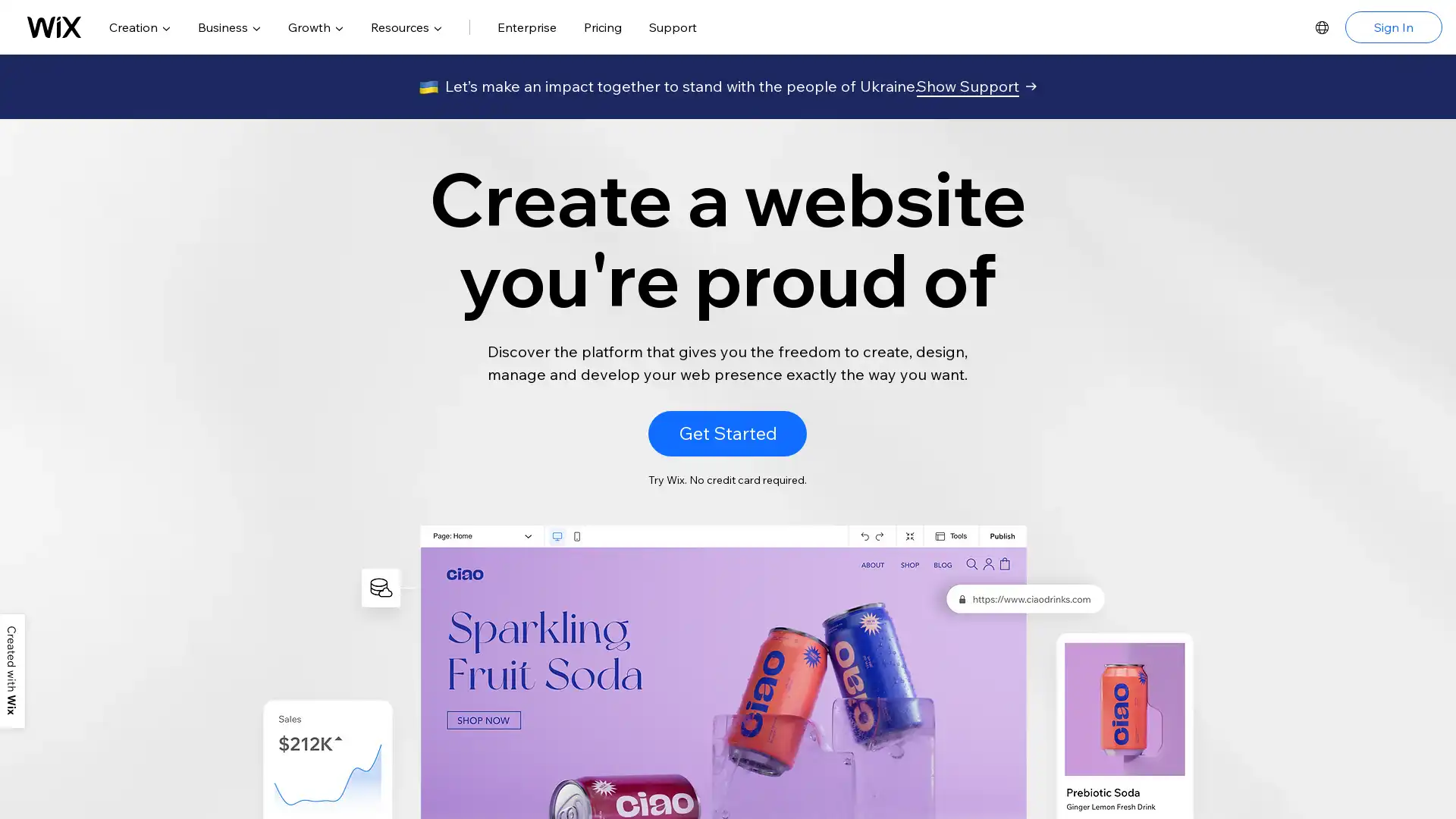  Describe the element at coordinates (406, 26) in the screenshot. I see `Resources` at that location.